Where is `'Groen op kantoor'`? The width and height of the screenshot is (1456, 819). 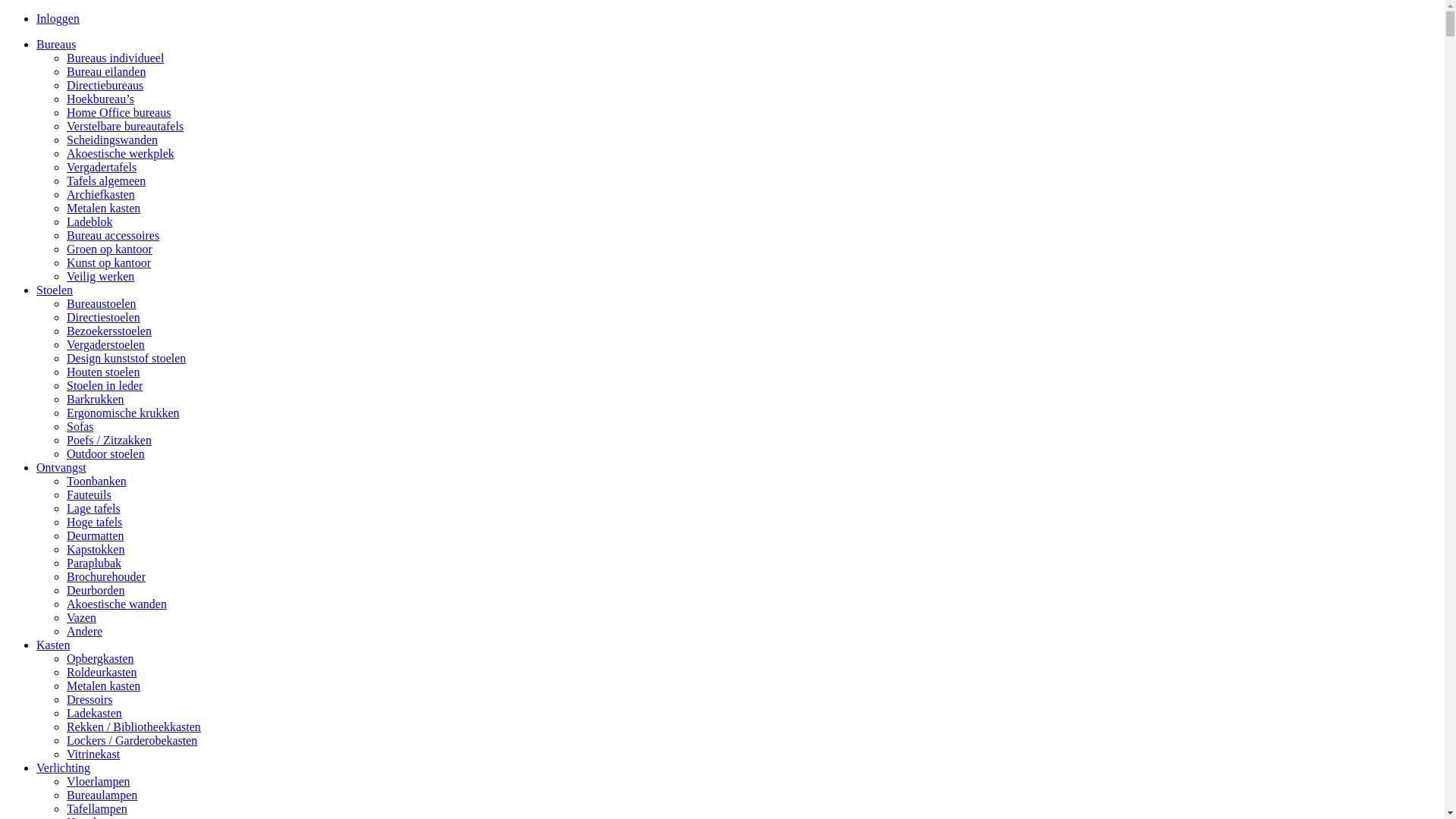
'Groen op kantoor' is located at coordinates (108, 248).